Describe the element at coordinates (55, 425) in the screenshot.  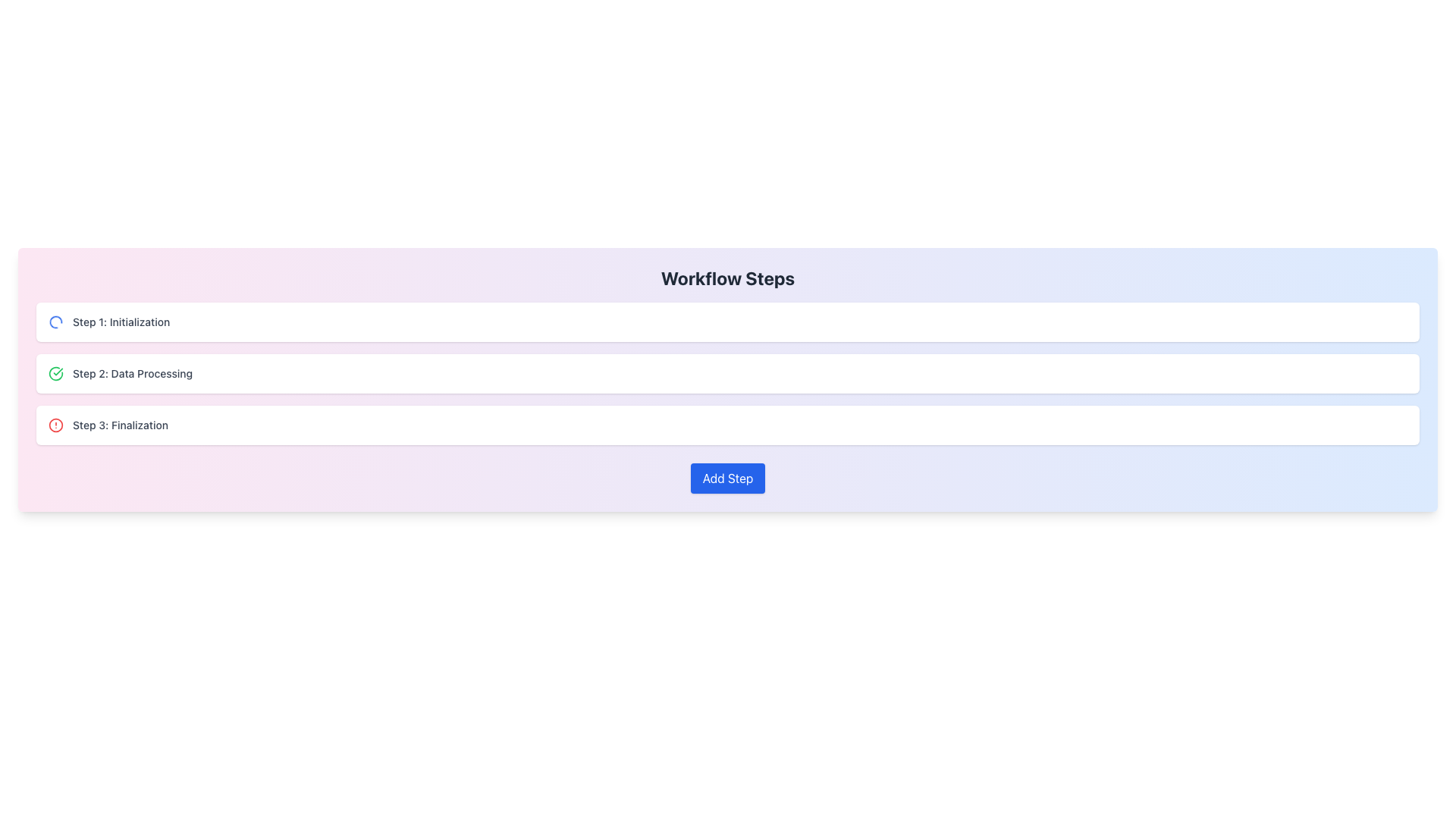
I see `the circular Graphic Indicator located at the center of the small alert icon adjacent to the text 'Step 3: Finalization'` at that location.